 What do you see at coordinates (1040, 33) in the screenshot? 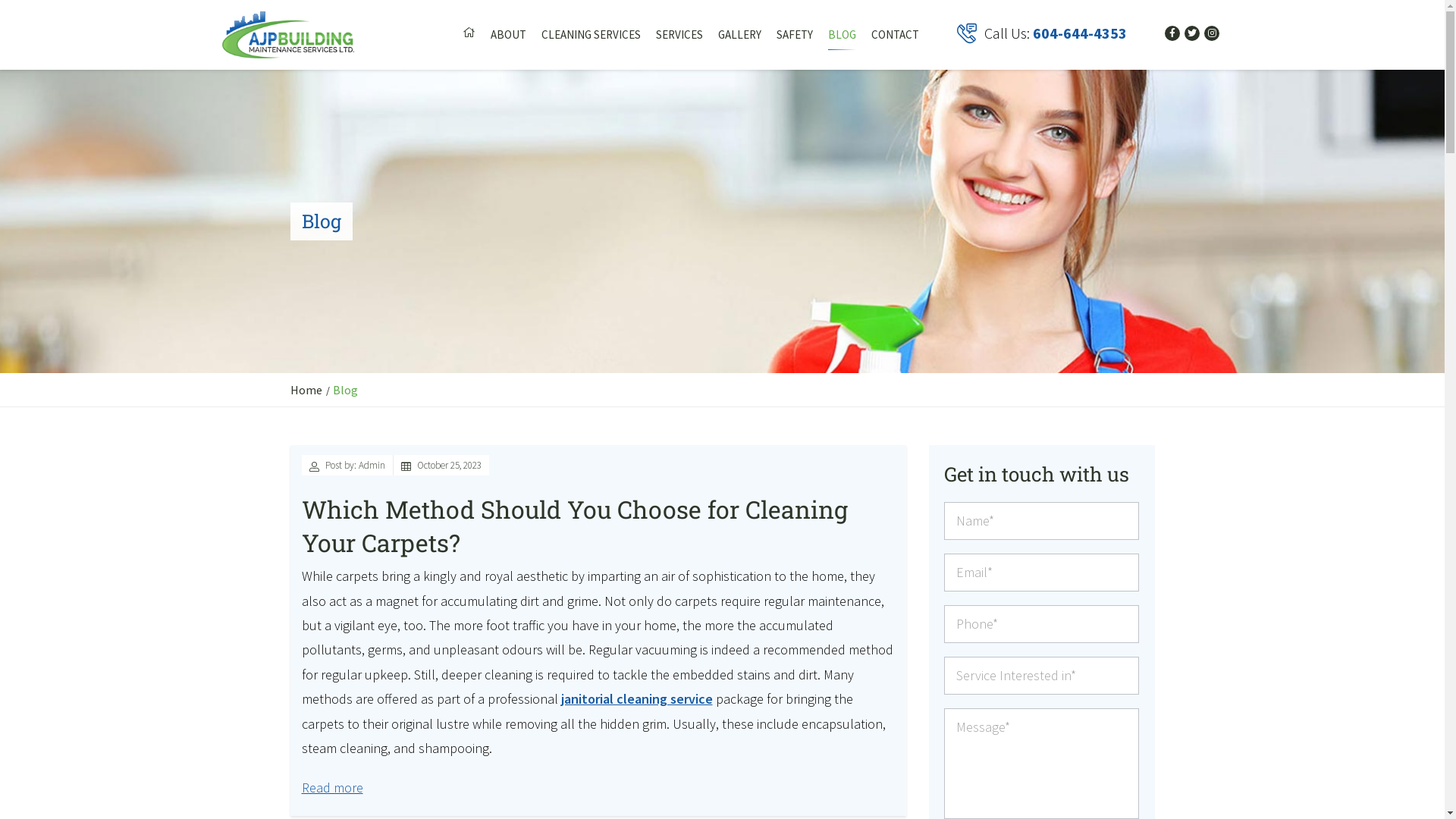
I see `'Call Us: 604-644-4353'` at bounding box center [1040, 33].